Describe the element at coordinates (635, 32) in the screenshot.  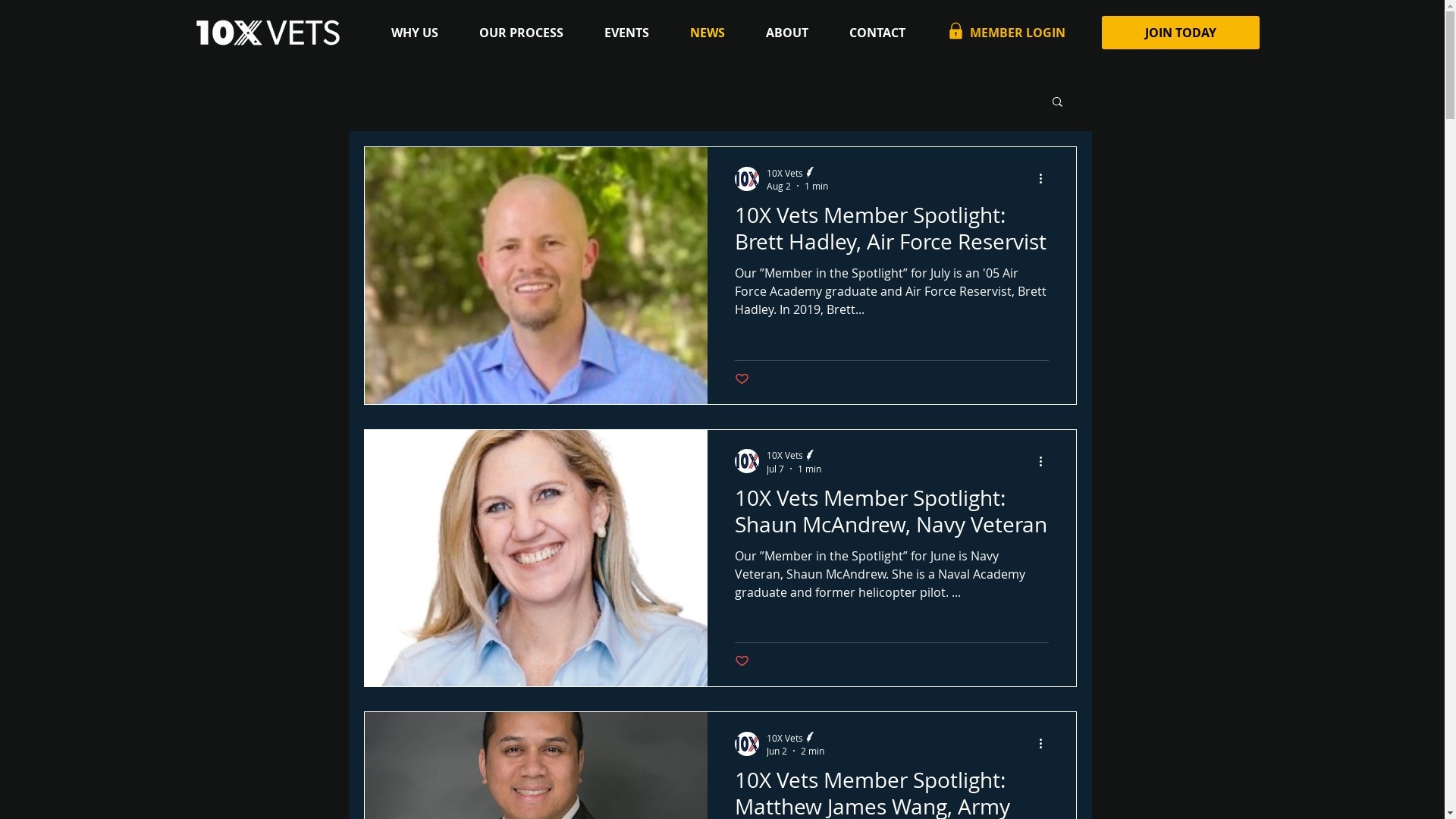
I see `'EVENTS'` at that location.